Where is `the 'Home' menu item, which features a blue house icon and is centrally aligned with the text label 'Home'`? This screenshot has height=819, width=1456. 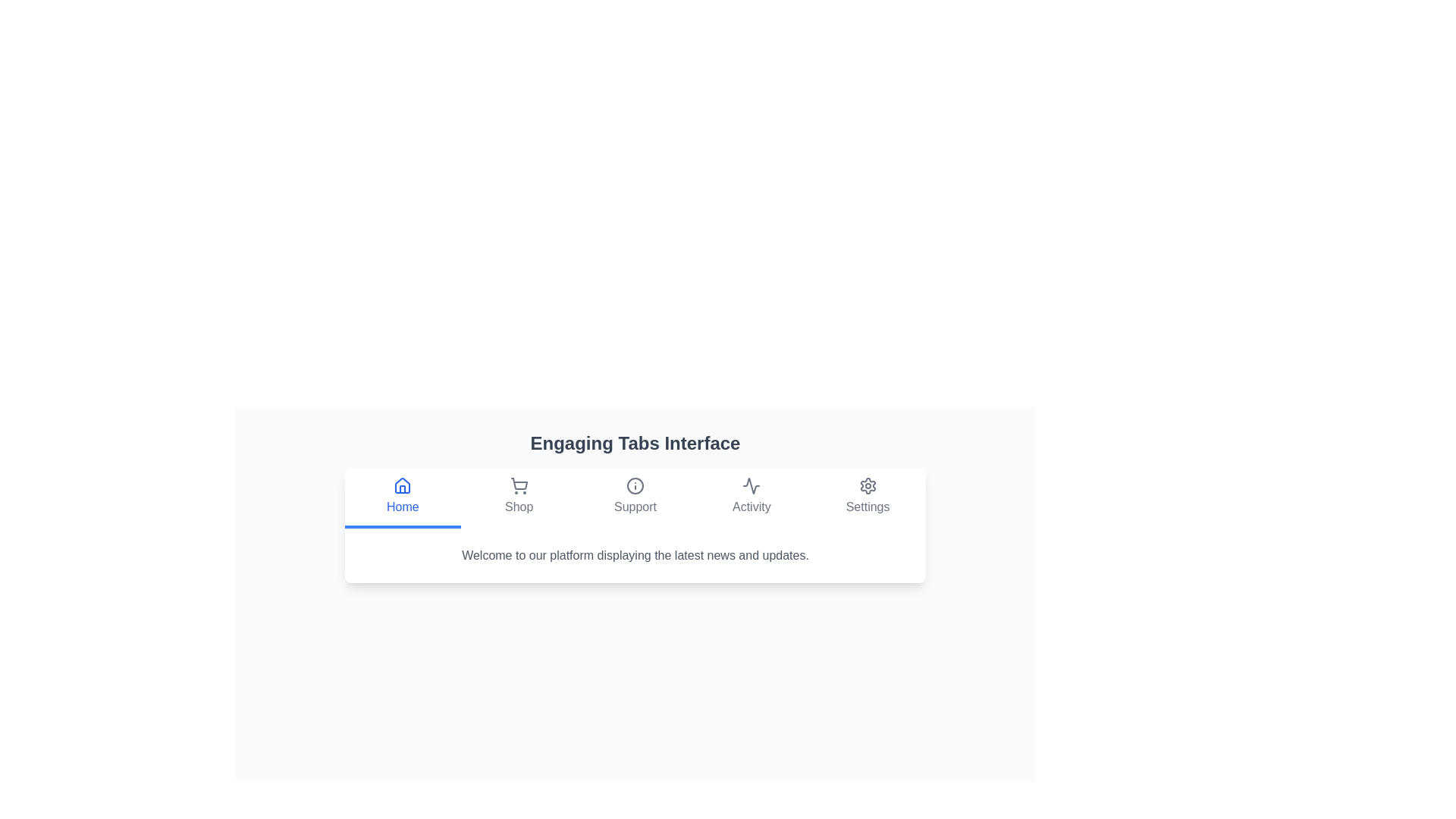
the 'Home' menu item, which features a blue house icon and is centrally aligned with the text label 'Home' is located at coordinates (403, 497).